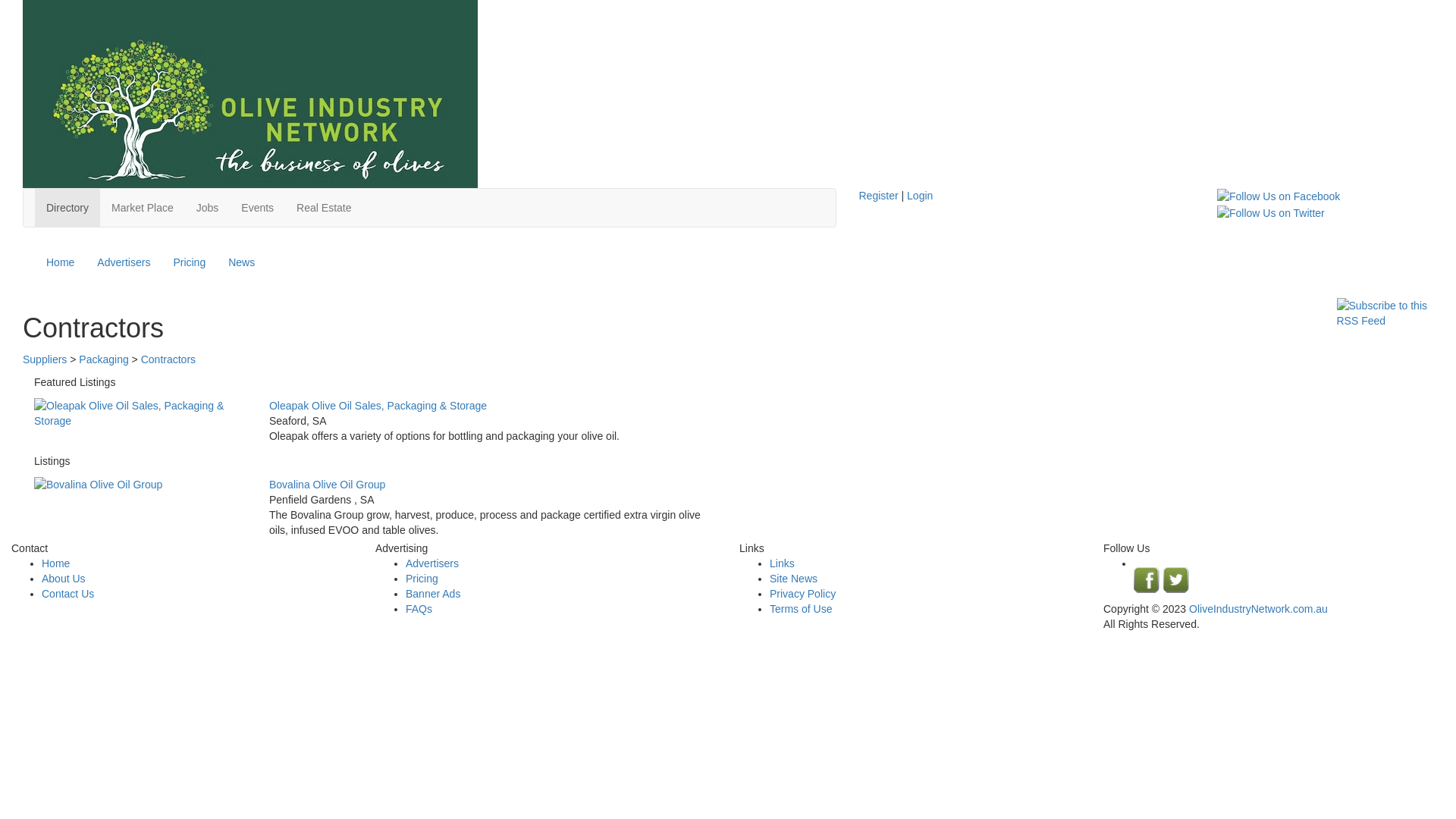  Describe the element at coordinates (1270, 211) in the screenshot. I see `'Follow Us on Twitter'` at that location.